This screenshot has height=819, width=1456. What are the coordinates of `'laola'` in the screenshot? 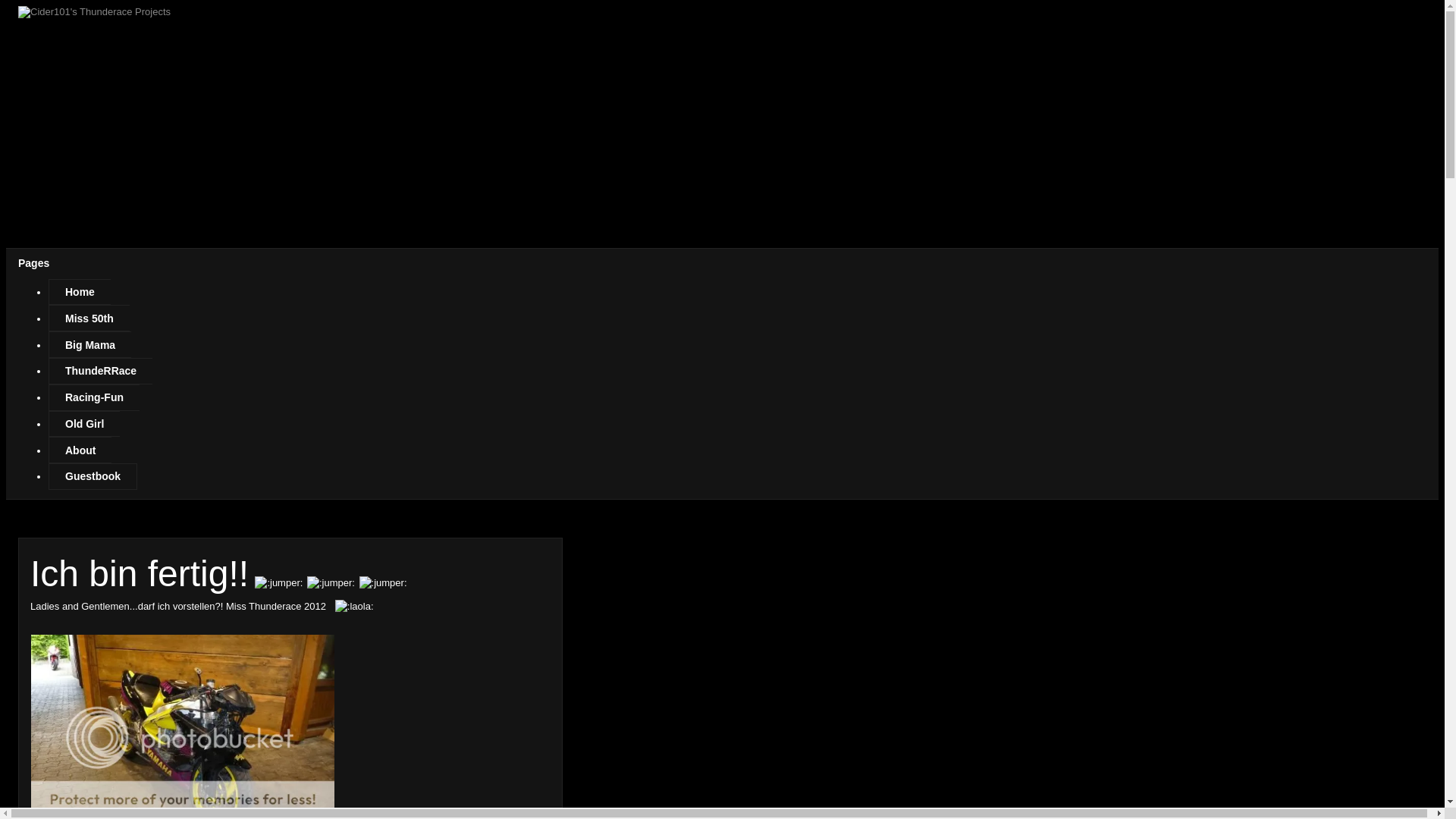 It's located at (353, 605).